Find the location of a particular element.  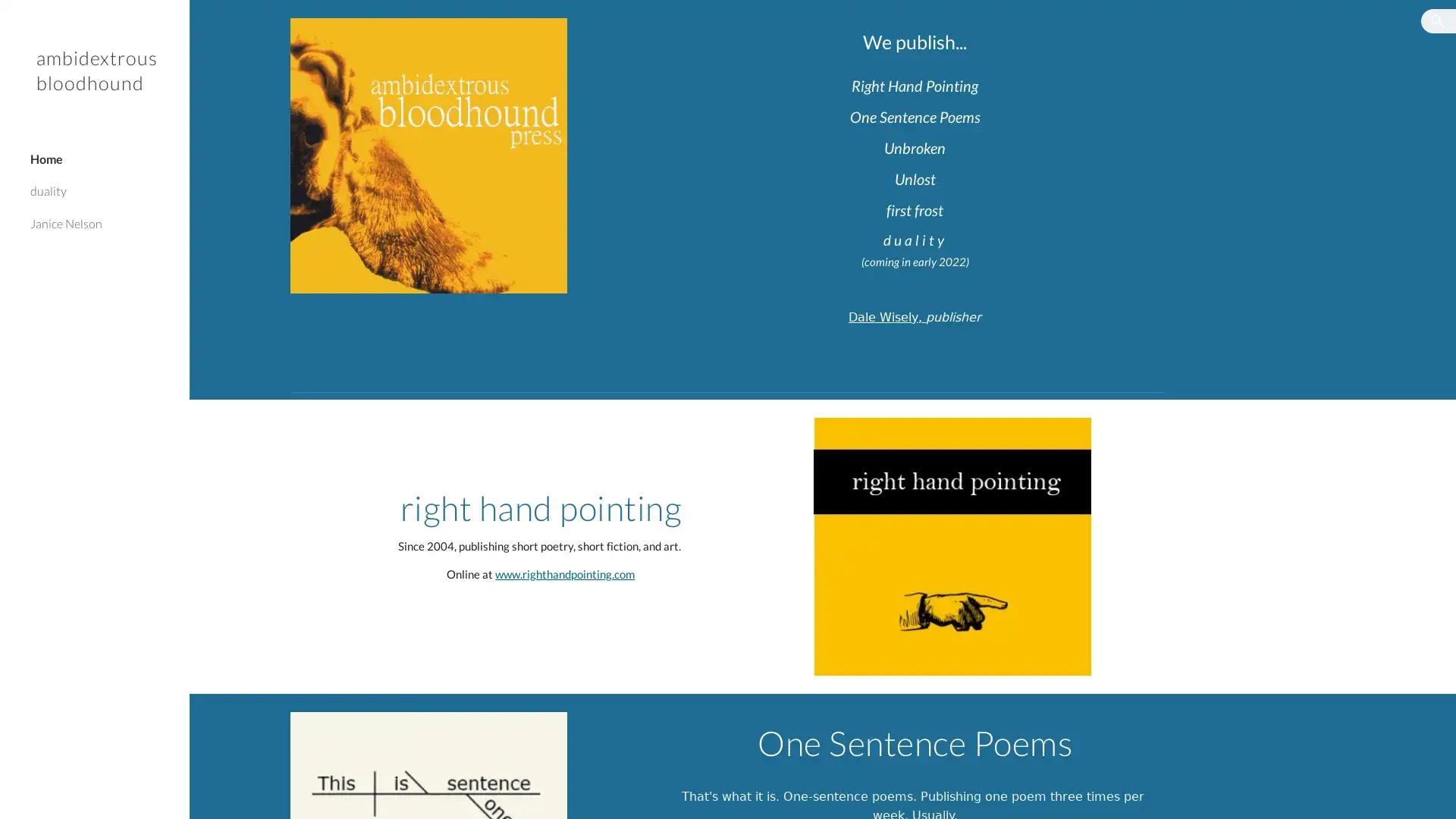

Skip to navigation is located at coordinates (864, 28).